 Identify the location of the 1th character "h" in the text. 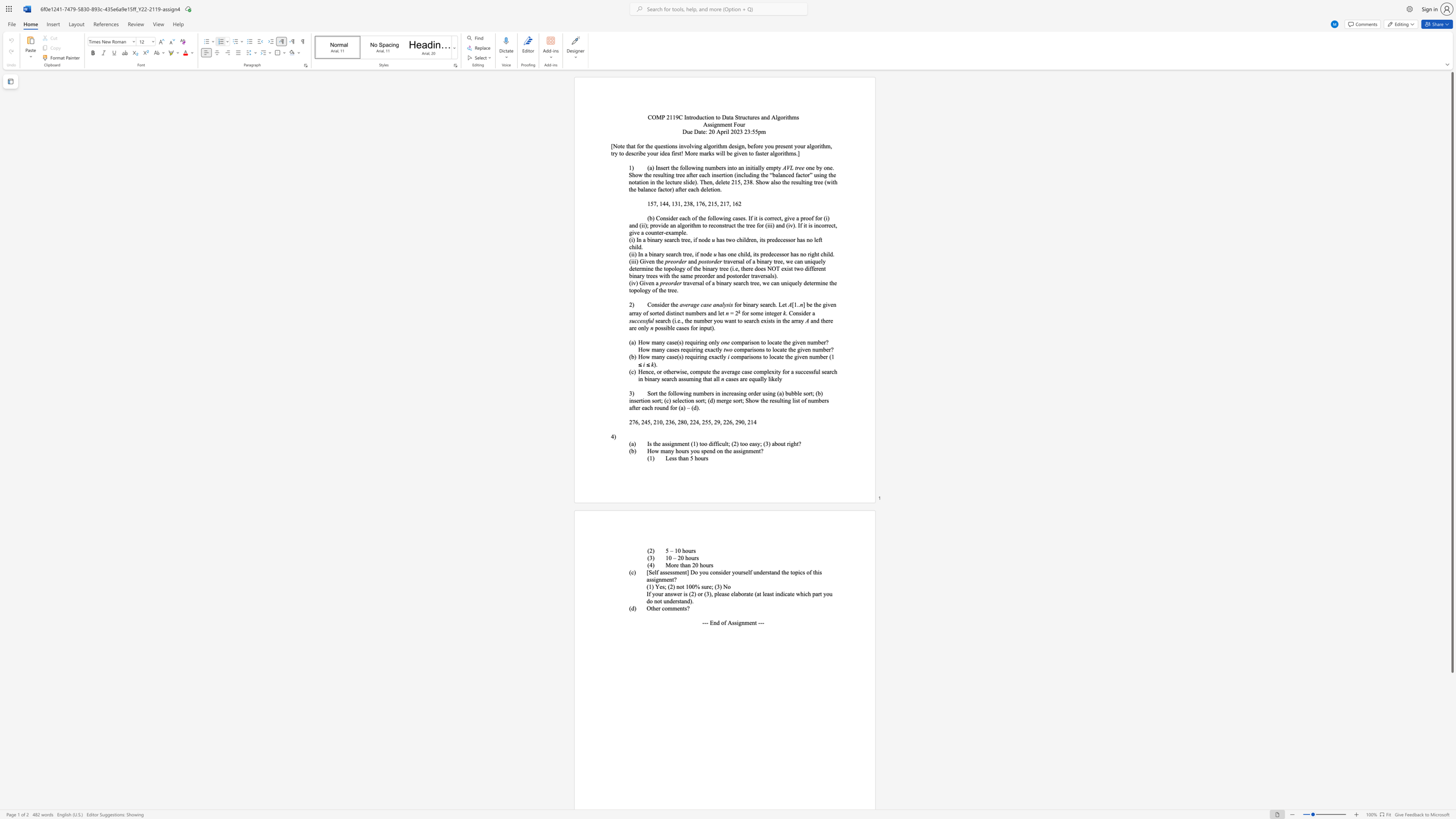
(687, 557).